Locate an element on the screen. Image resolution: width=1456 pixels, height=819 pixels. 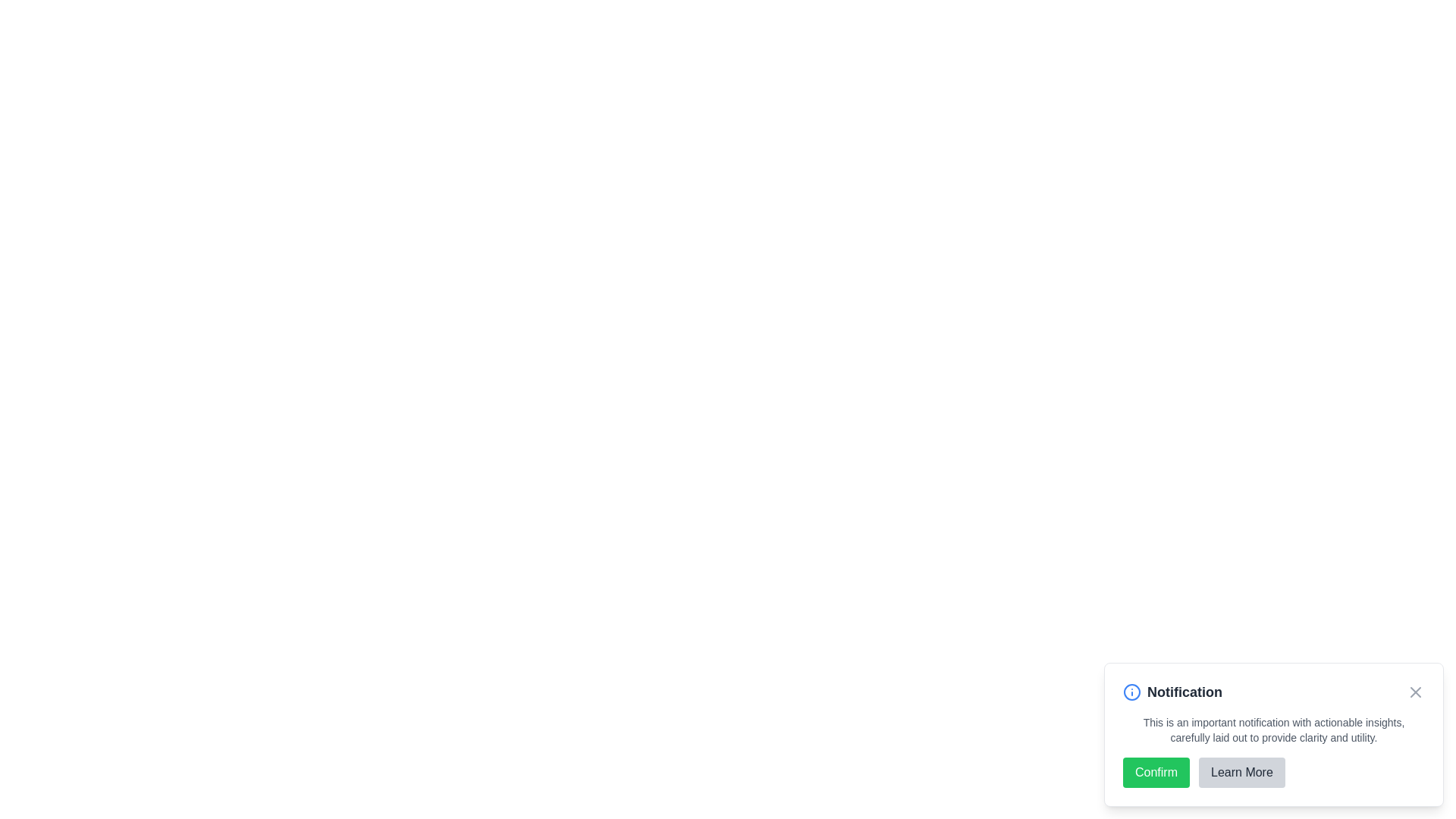
the close button located at the top-right corner of the notification box is located at coordinates (1415, 692).